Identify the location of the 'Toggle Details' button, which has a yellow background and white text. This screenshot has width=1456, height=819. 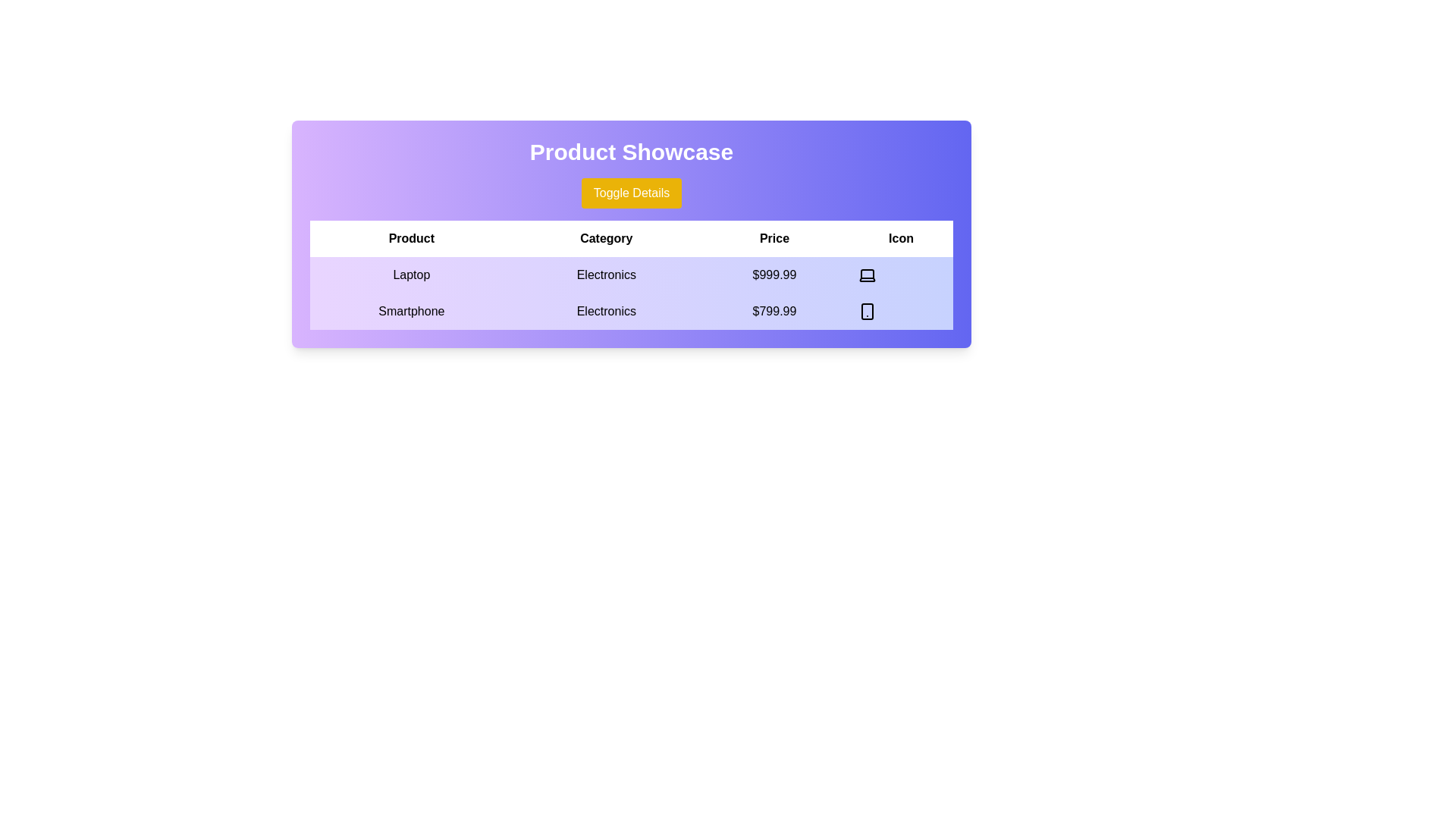
(632, 192).